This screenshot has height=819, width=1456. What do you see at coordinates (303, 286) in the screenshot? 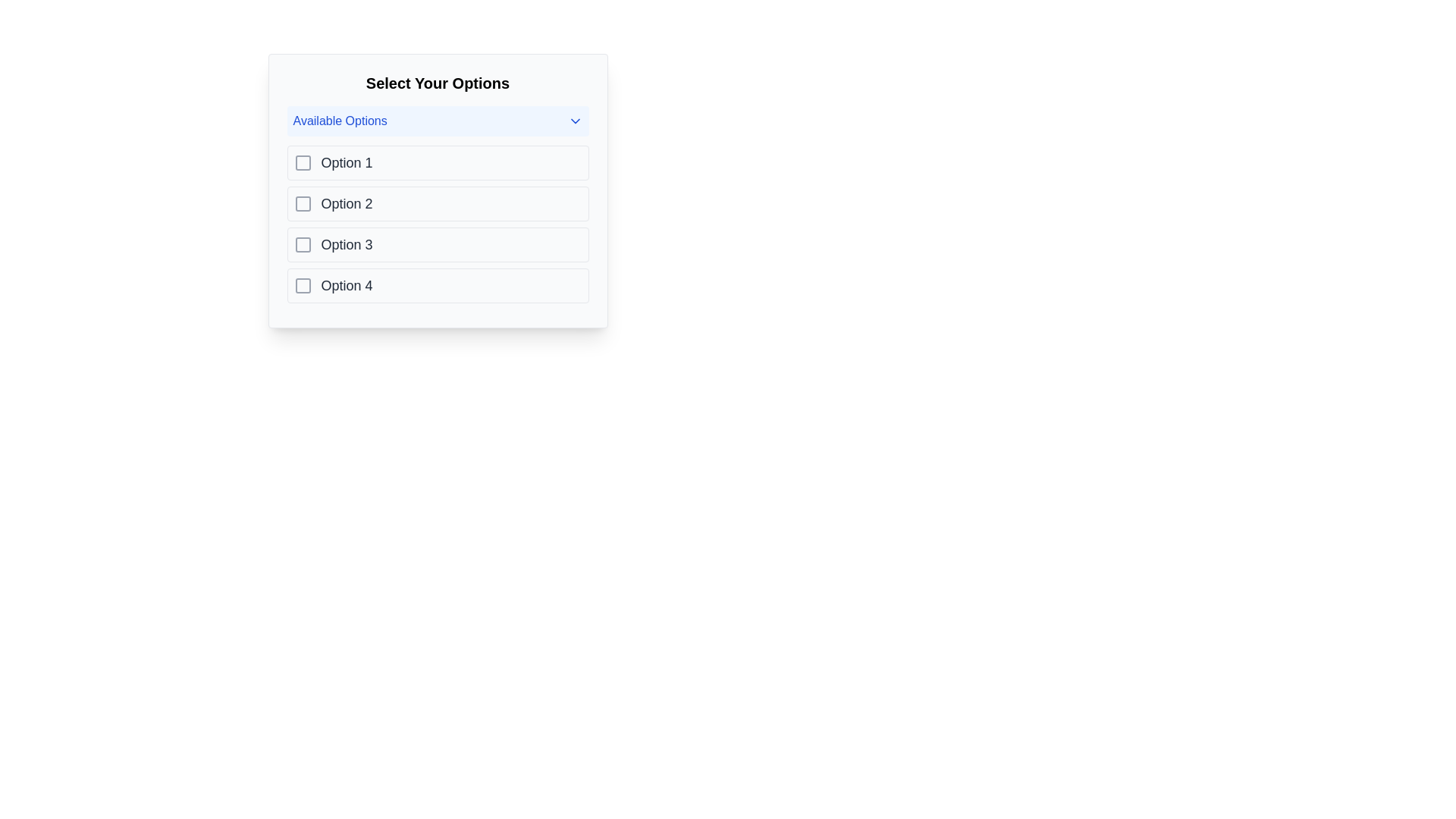
I see `the checkbox associated with the fourth option labeled 'Option 4'` at bounding box center [303, 286].